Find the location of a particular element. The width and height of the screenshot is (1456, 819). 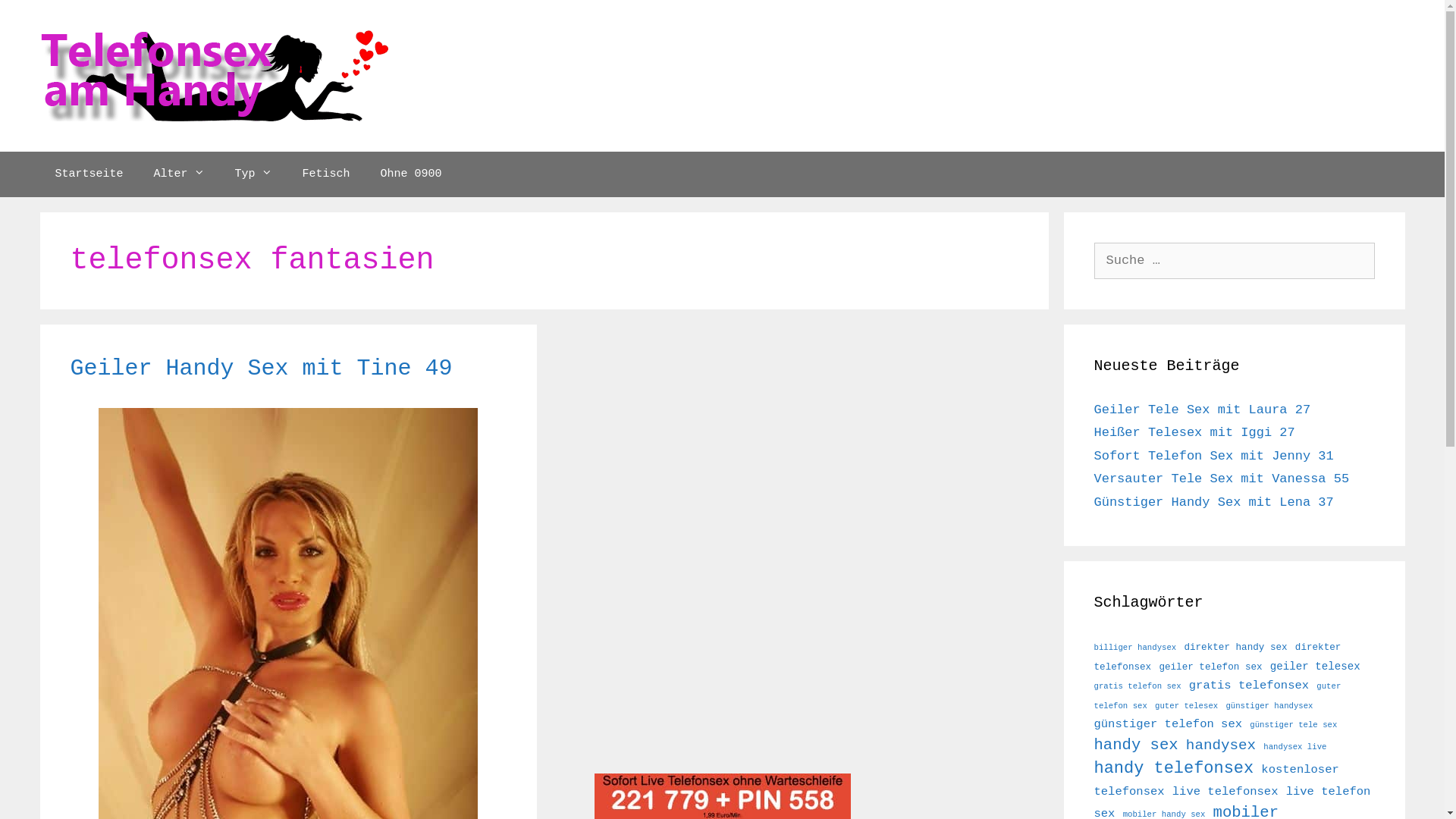

'Alter' is located at coordinates (179, 174).